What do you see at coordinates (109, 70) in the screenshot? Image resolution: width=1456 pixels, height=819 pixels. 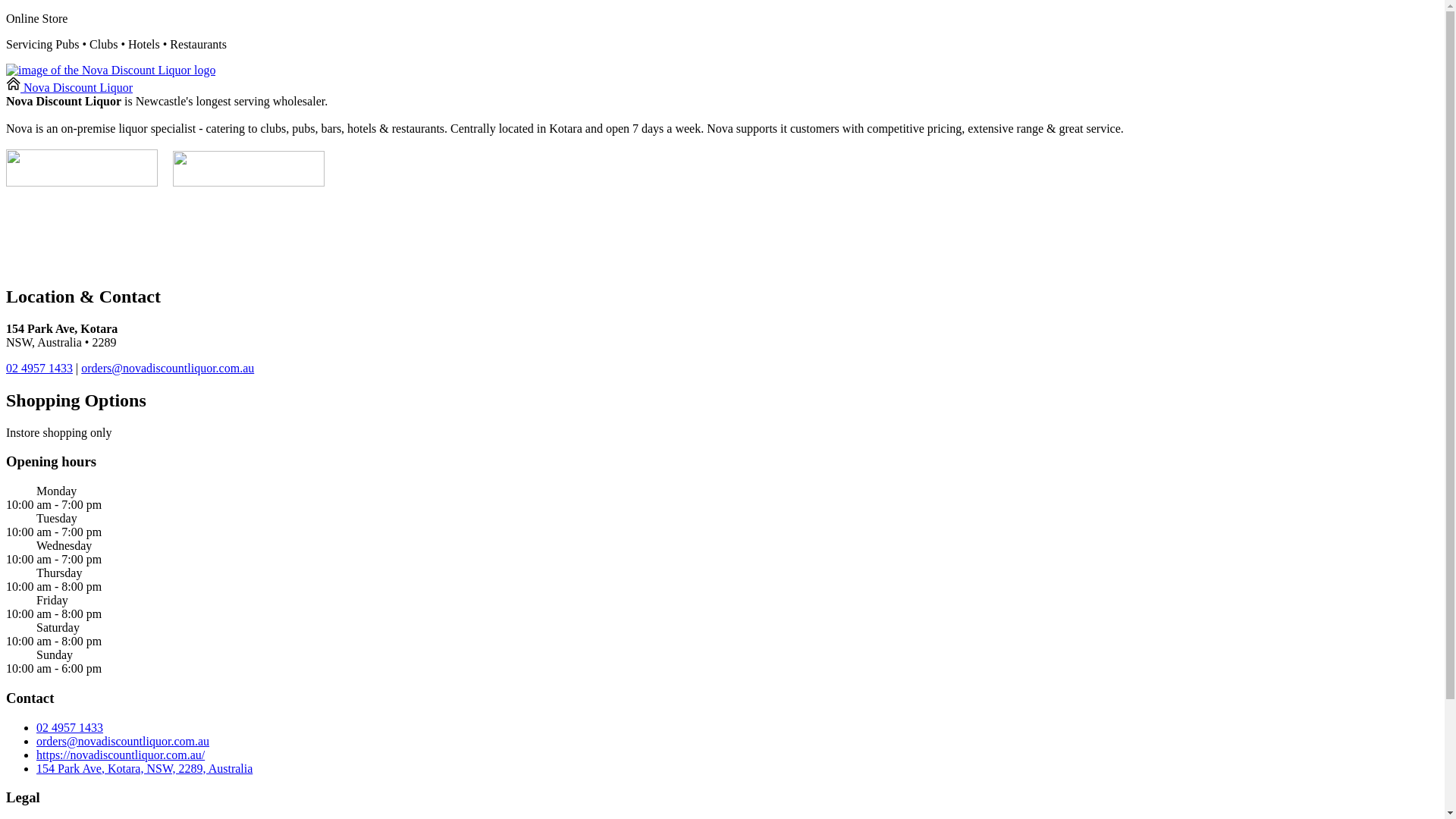 I see `'image of the Nova Discount Liquor logo'` at bounding box center [109, 70].